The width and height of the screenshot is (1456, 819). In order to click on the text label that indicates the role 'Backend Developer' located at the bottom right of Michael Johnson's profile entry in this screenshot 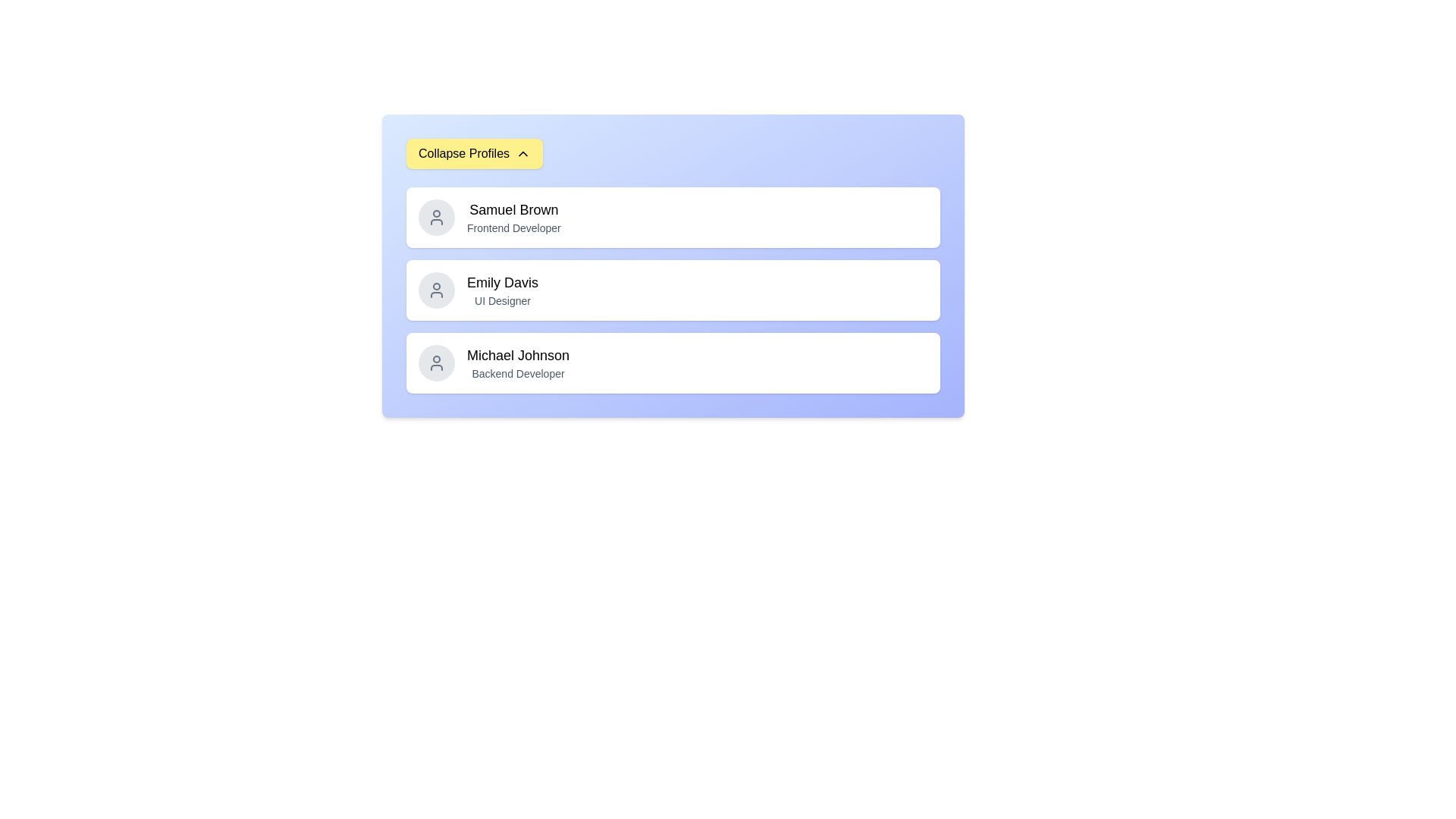, I will do `click(518, 374)`.